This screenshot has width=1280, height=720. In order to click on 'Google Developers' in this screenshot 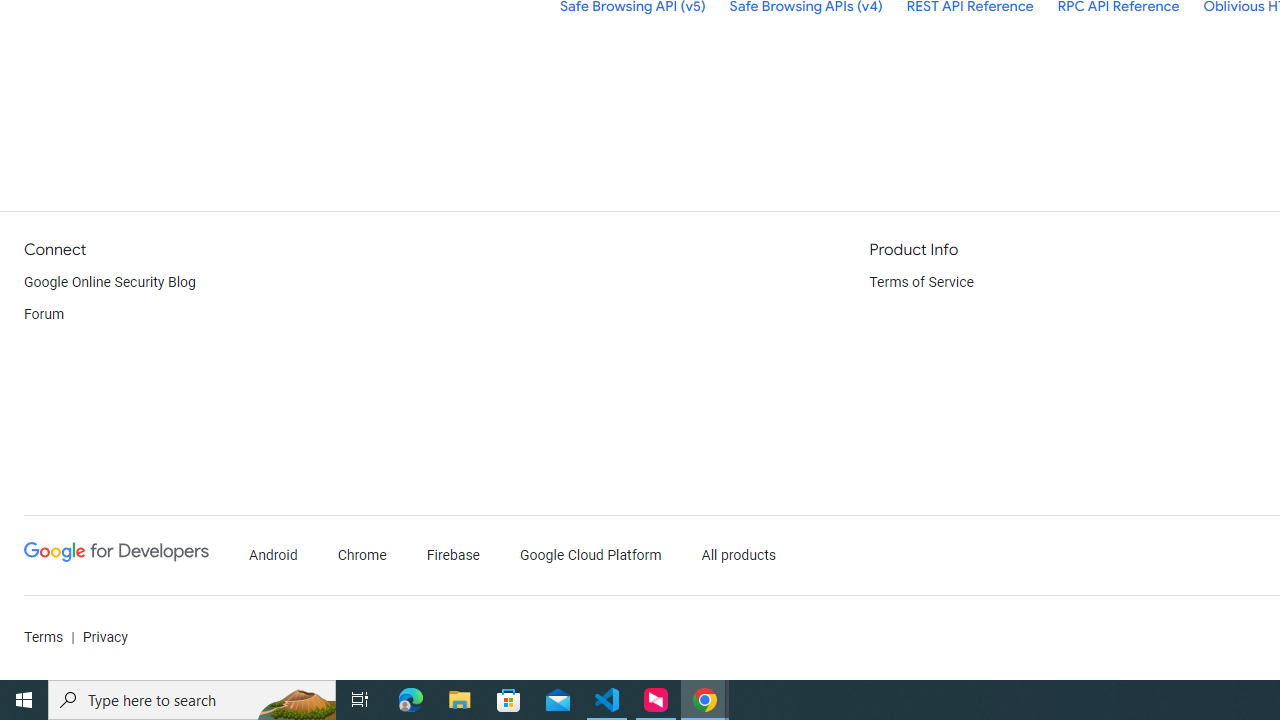, I will do `click(115, 555)`.